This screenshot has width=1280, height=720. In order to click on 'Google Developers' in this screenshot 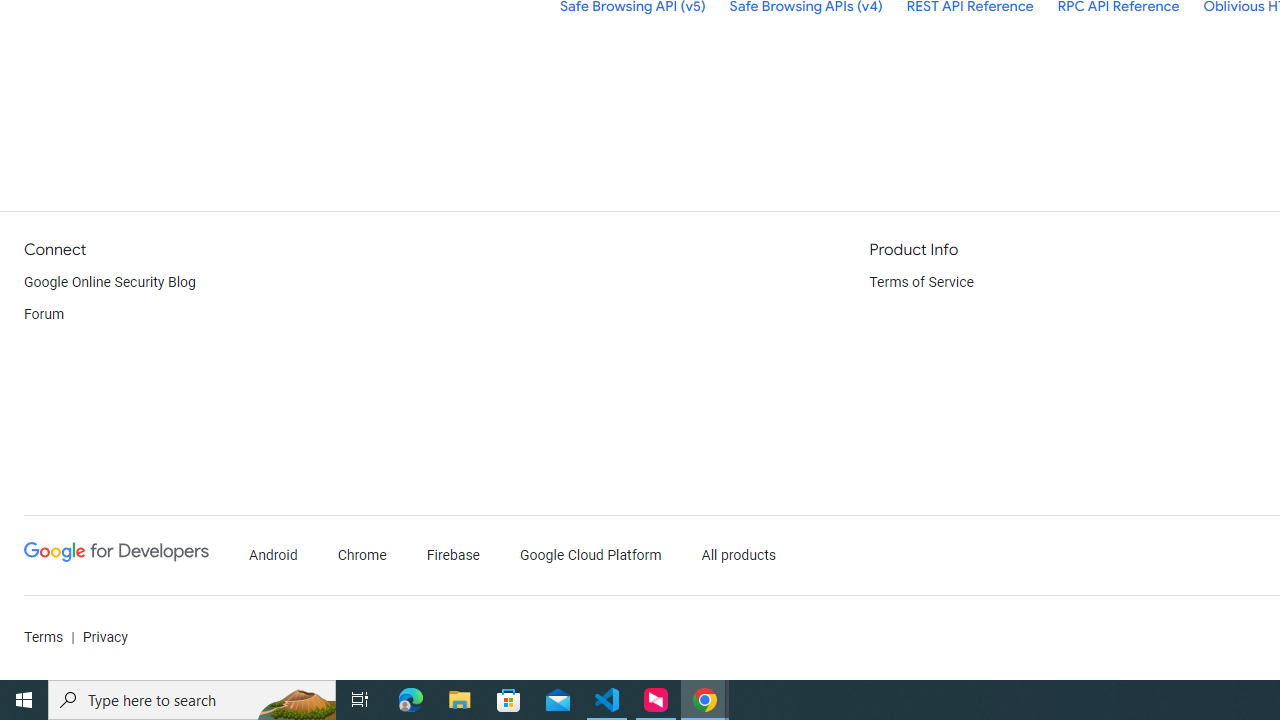, I will do `click(115, 555)`.